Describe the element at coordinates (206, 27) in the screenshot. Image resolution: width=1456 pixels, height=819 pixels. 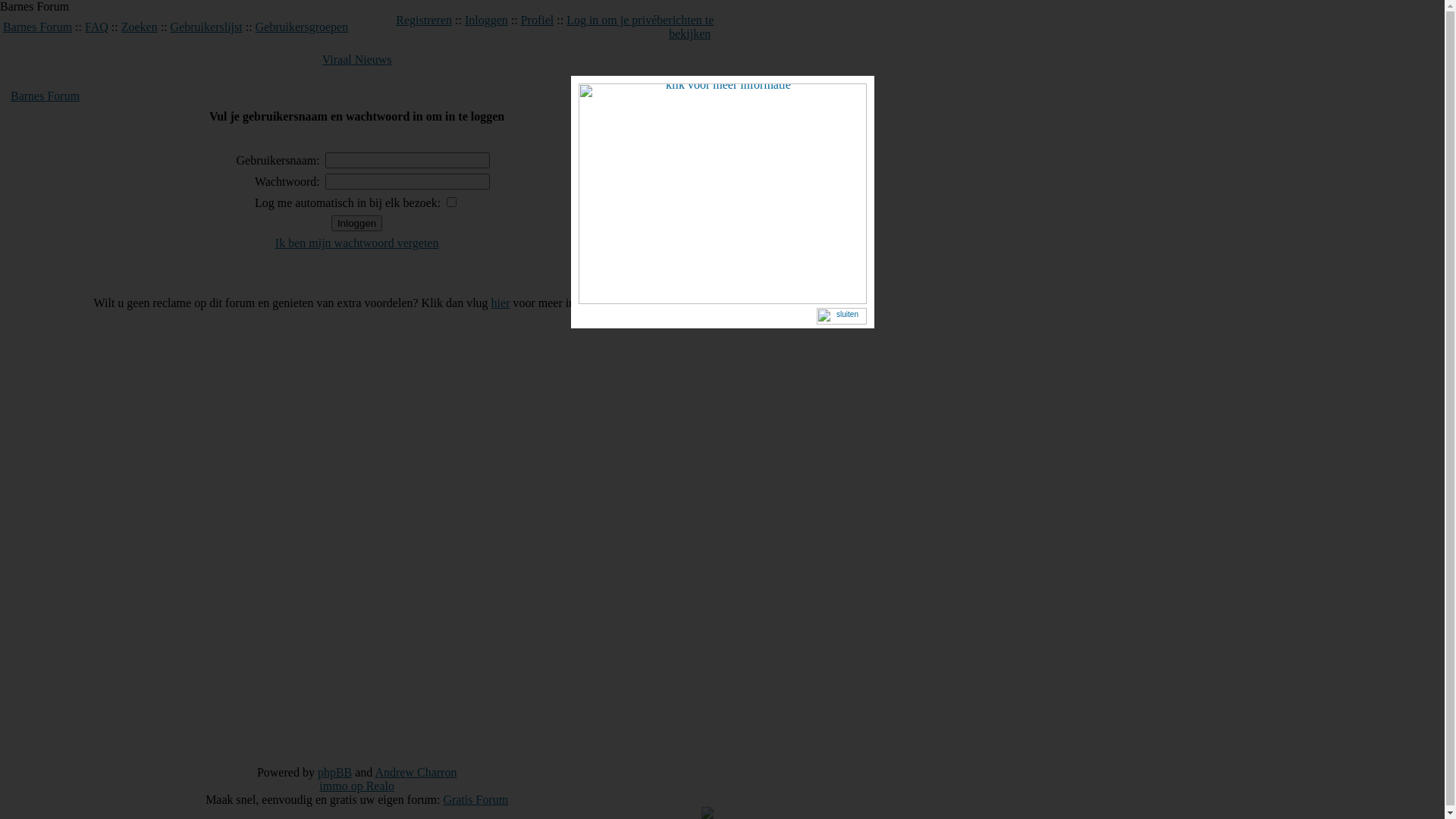
I see `'Gebruikerslijst'` at that location.